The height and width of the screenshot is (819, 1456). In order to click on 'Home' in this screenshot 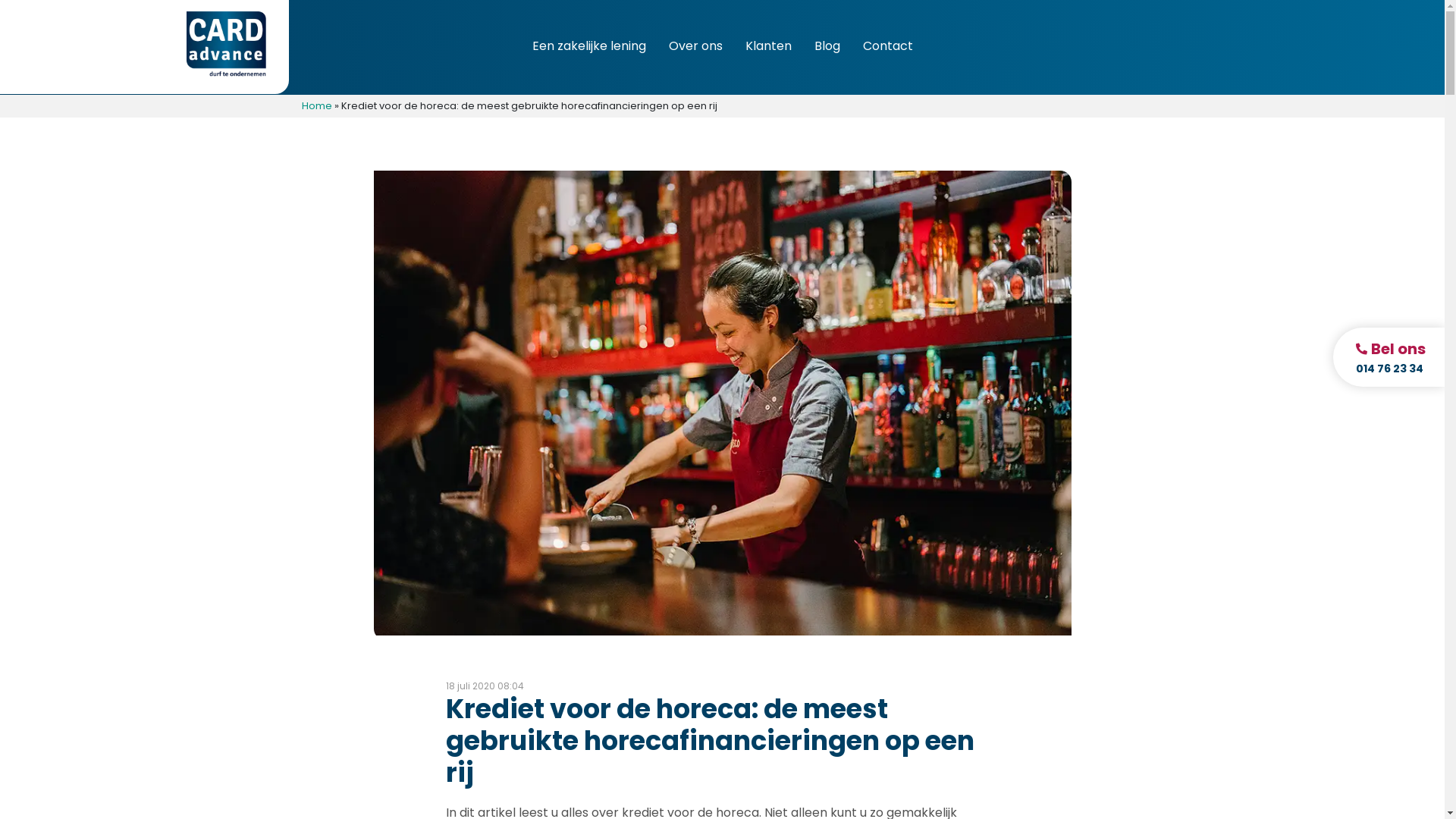, I will do `click(302, 105)`.